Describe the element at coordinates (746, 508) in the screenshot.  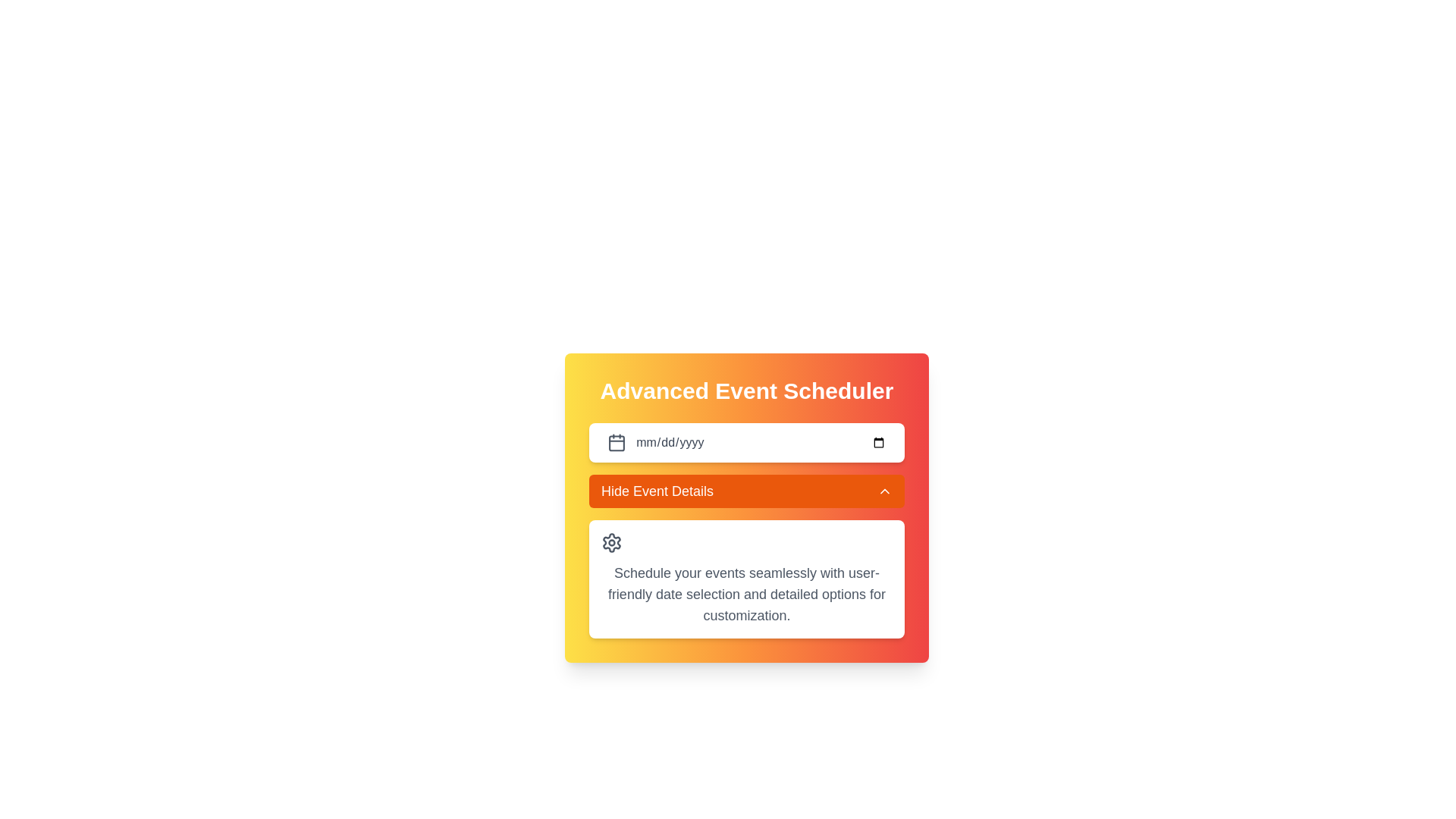
I see `the Interactive Card Component that highlights the advanced event scheduling feature, which is centrally placed among similar styled cards in the fixed panel` at that location.